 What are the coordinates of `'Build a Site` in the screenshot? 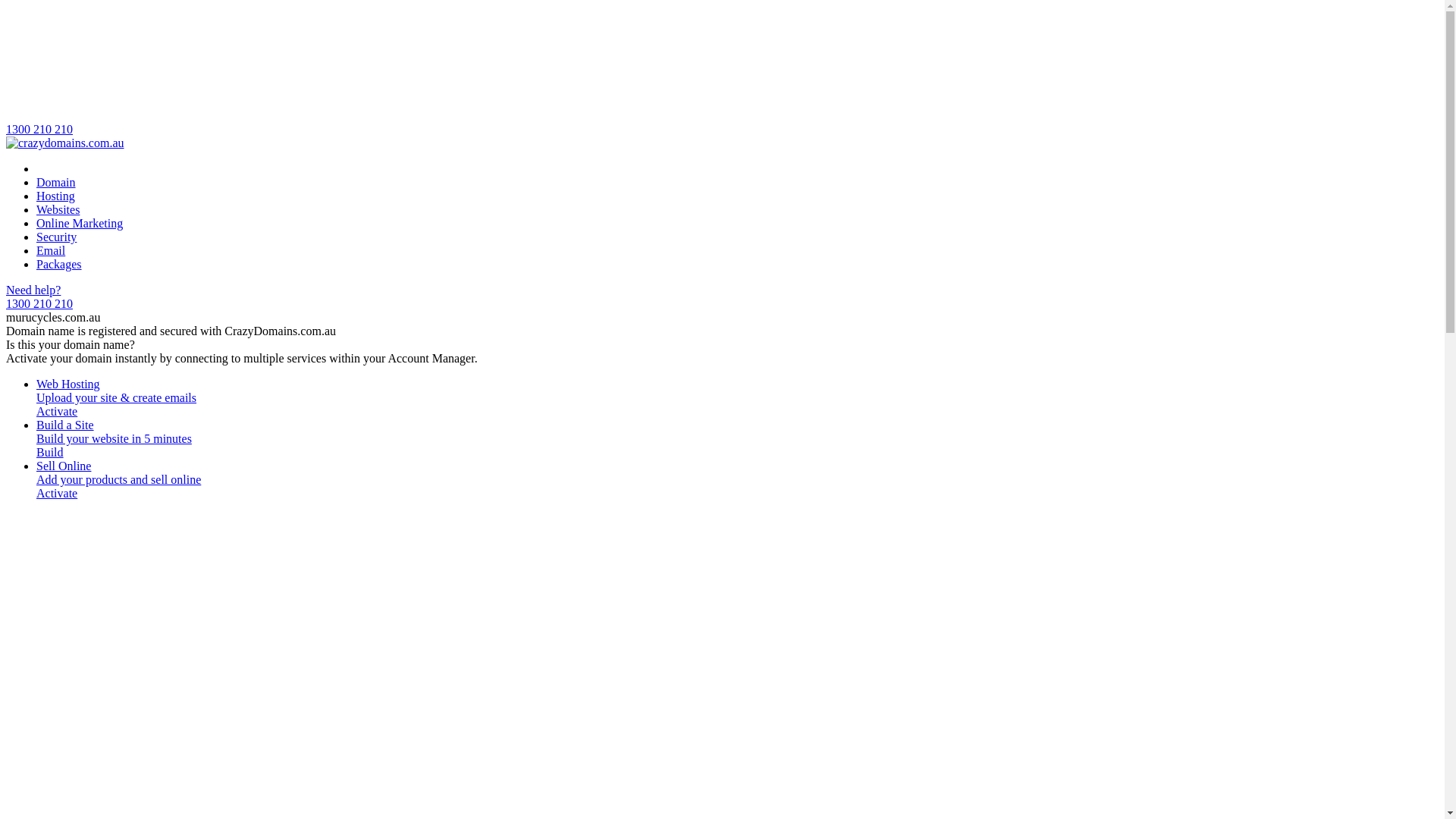 It's located at (737, 438).